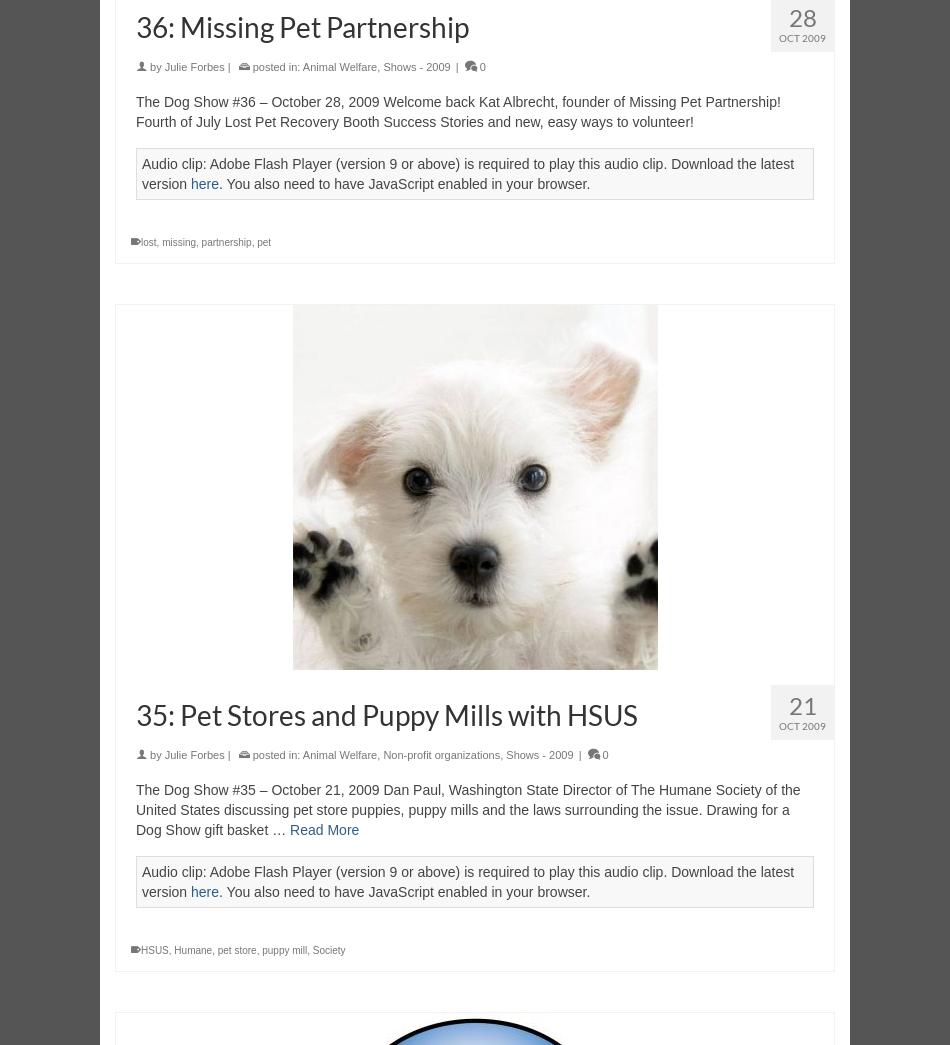 Image resolution: width=950 pixels, height=1045 pixels. I want to click on 'puppy mill', so click(261, 949).